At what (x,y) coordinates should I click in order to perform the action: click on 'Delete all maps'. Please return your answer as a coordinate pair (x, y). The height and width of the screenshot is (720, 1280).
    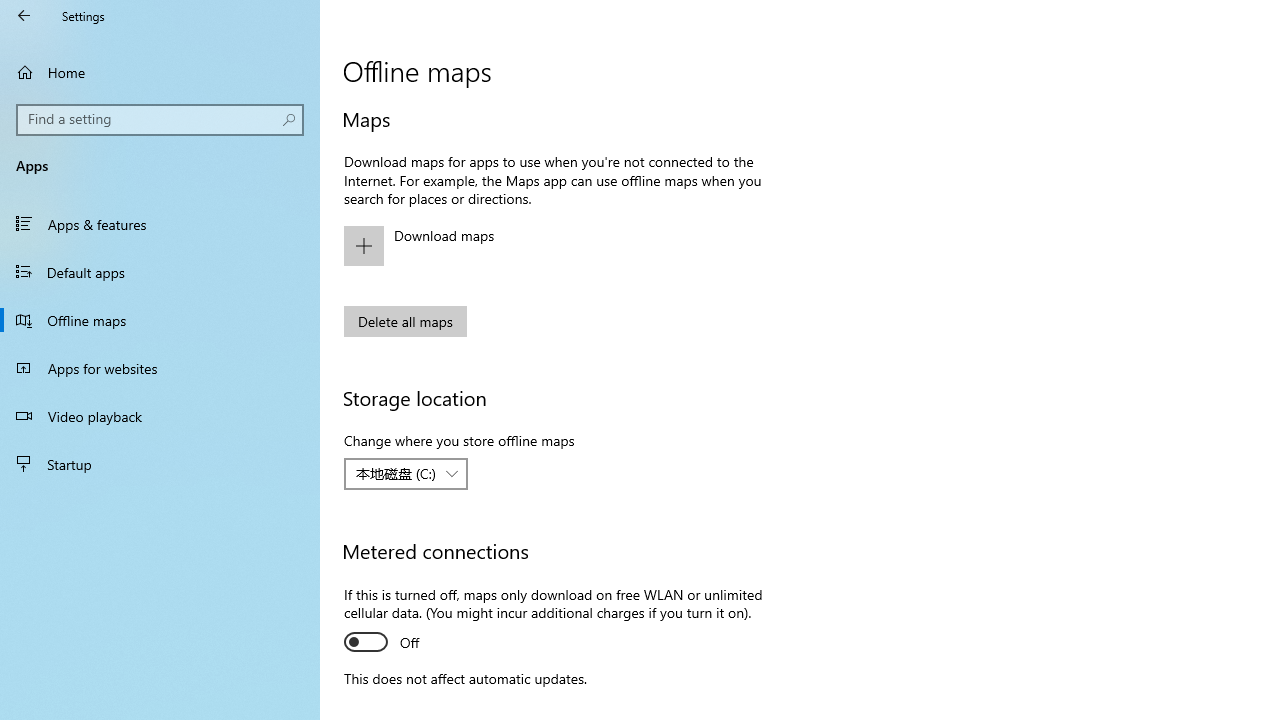
    Looking at the image, I should click on (404, 320).